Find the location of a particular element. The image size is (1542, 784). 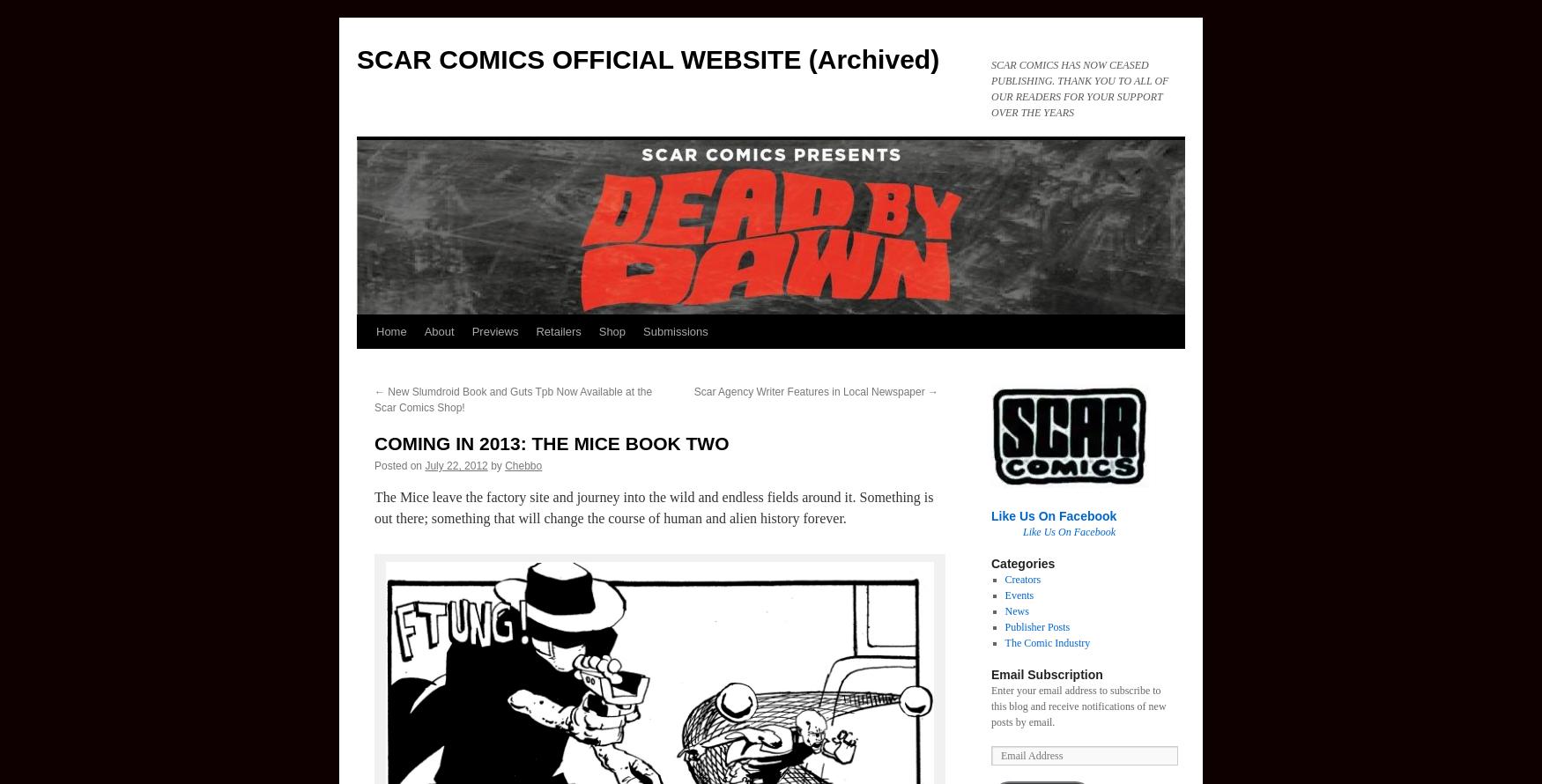

'Email Subscription' is located at coordinates (1047, 675).